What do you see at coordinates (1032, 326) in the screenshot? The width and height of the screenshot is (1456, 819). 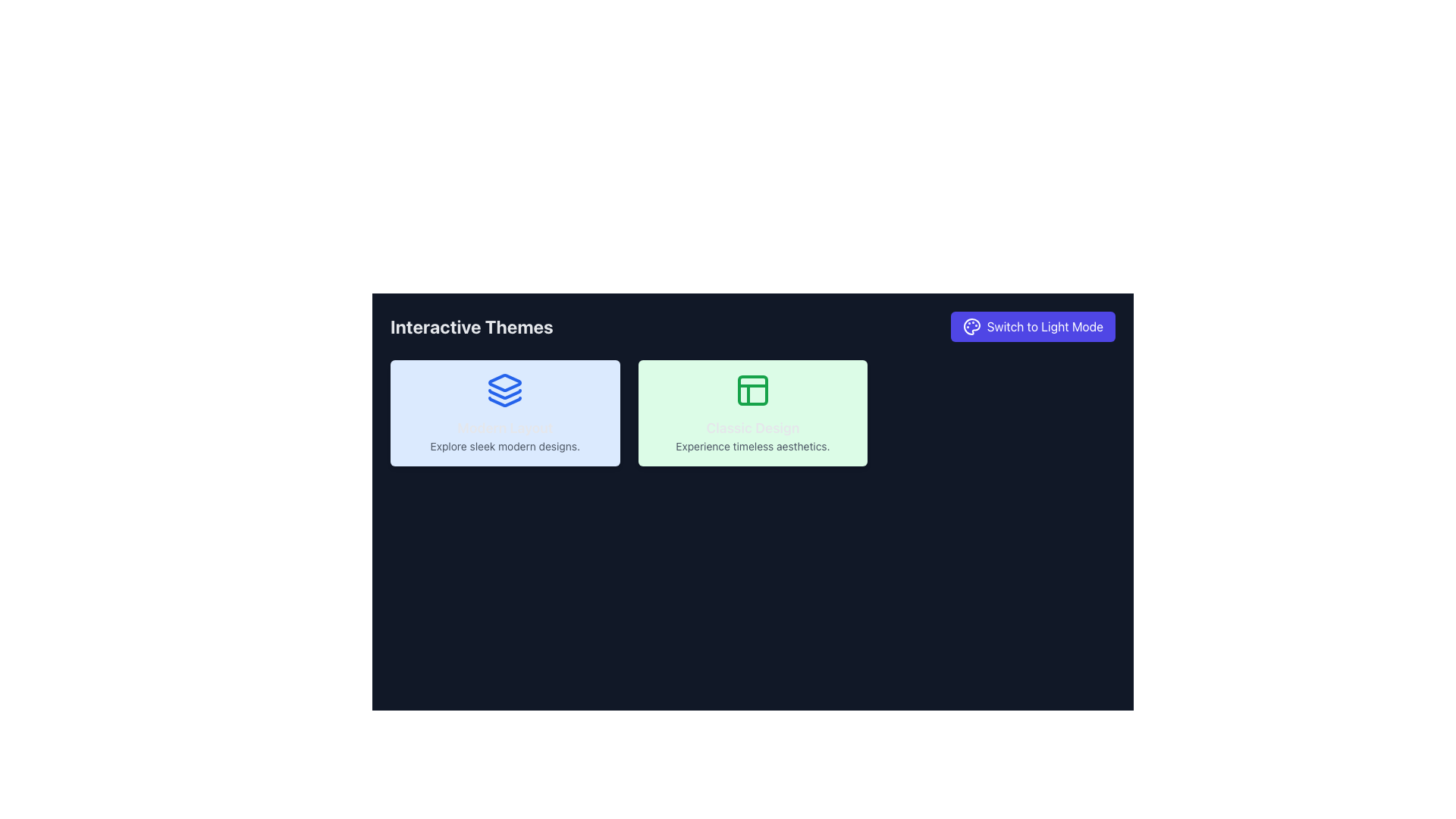 I see `the 'Switch to Light Mode' button with a vibrant indigo background and rounded corners, located on the far right side of the 'Interactive Themes' section to switch the theme` at bounding box center [1032, 326].